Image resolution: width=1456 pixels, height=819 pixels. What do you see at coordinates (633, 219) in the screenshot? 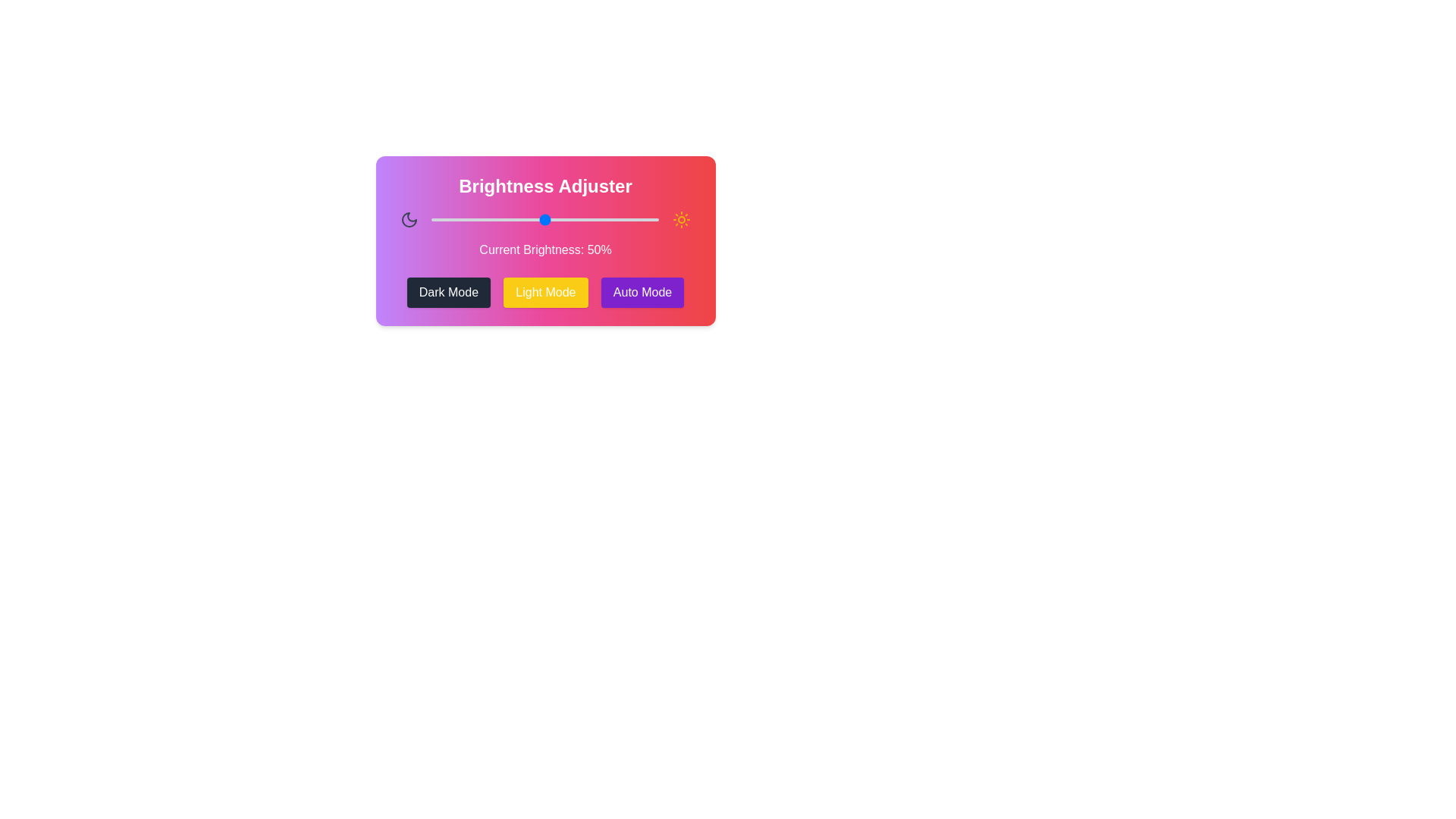
I see `the brightness slider to 89% to observe changes in the background gradient` at bounding box center [633, 219].